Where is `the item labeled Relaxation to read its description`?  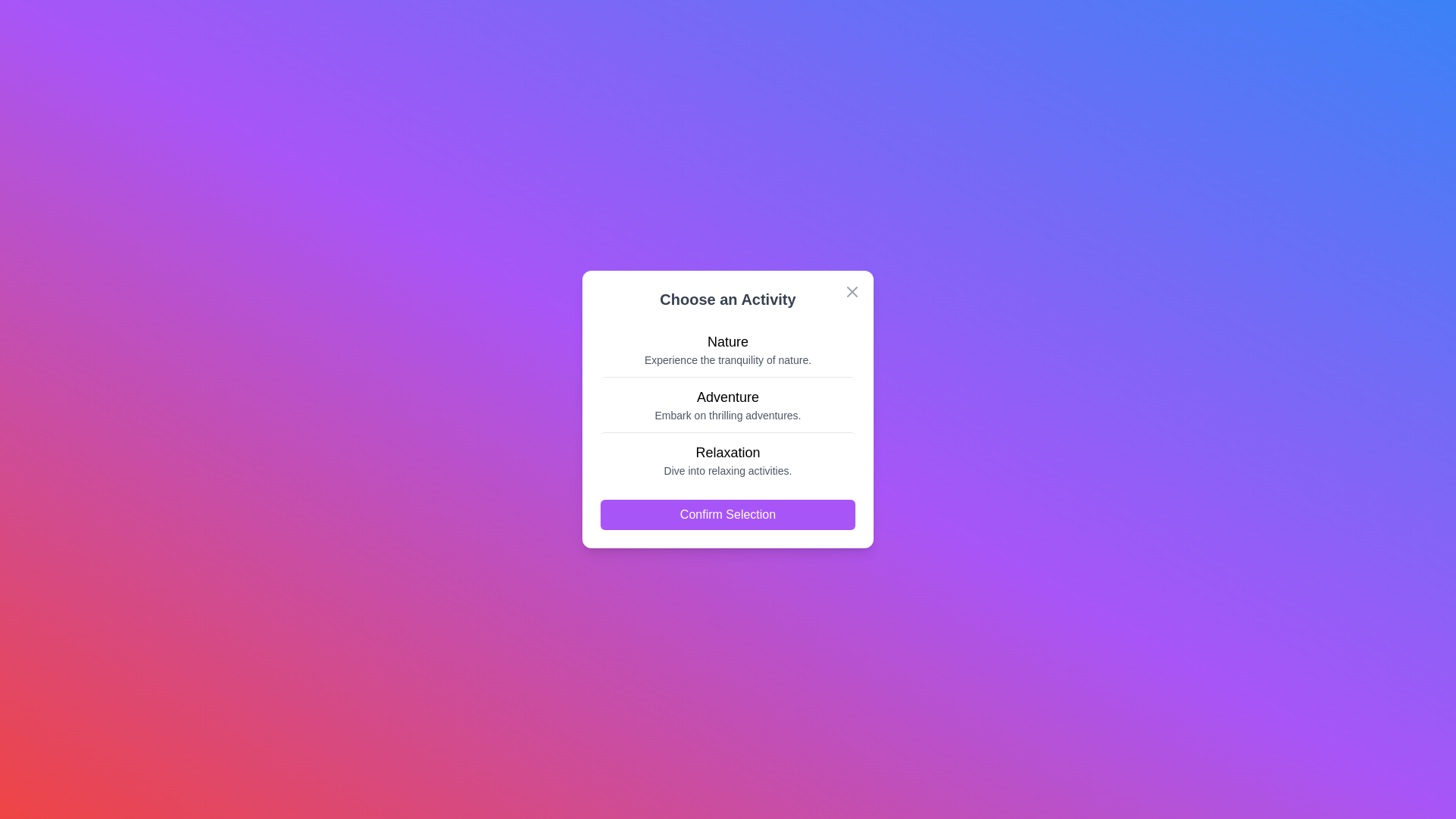 the item labeled Relaxation to read its description is located at coordinates (728, 459).